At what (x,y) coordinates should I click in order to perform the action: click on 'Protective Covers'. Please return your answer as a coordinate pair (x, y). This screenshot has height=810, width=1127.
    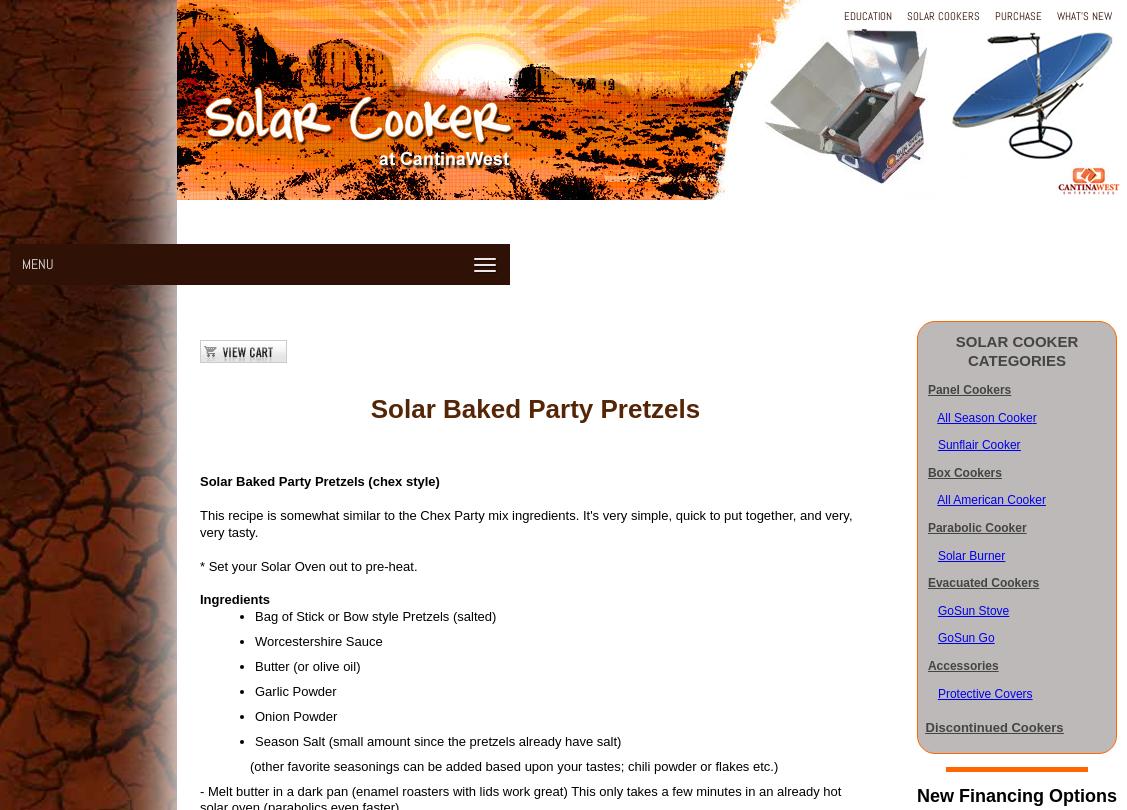
    Looking at the image, I should click on (983, 692).